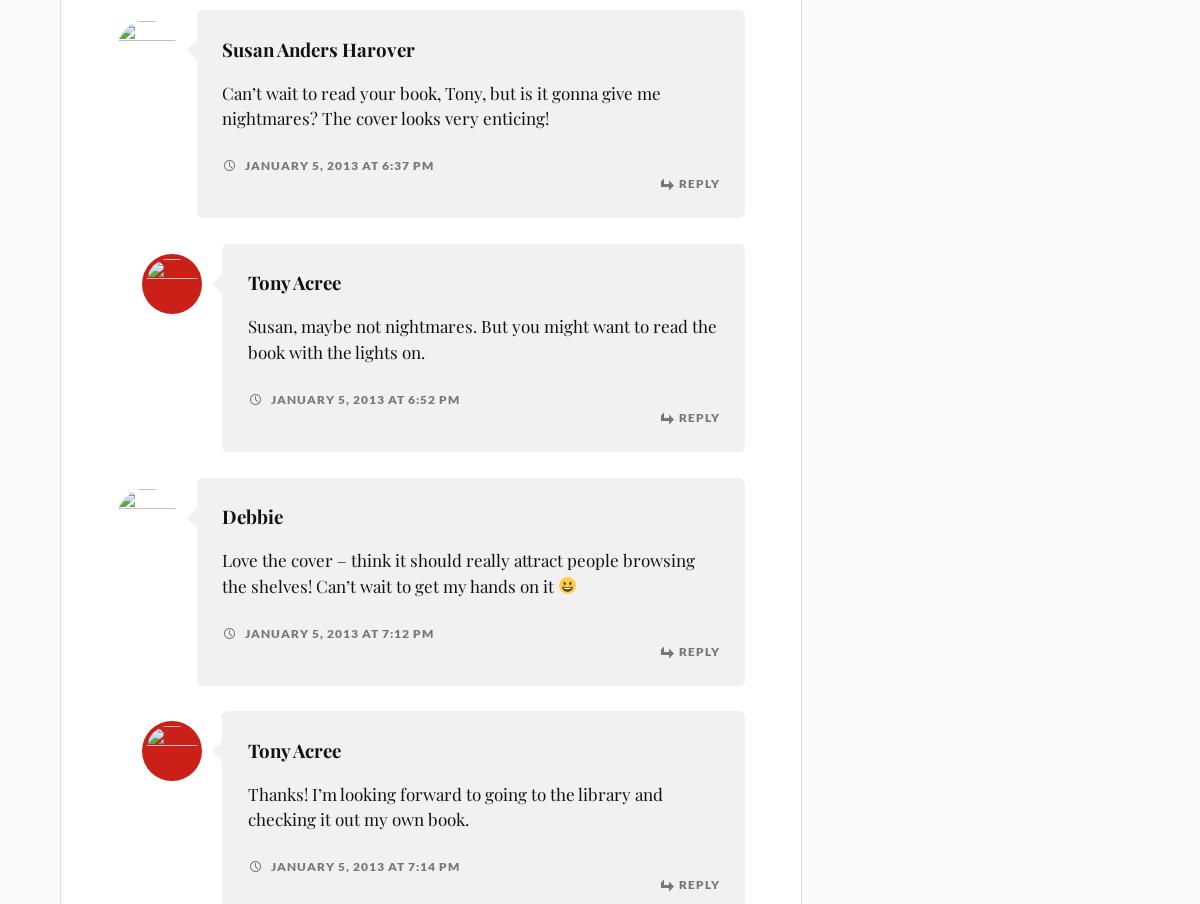  I want to click on 'Can’t wait to read your book, Tony, but is it gonna give me nightmares?  The cover looks very enticing!', so click(441, 105).